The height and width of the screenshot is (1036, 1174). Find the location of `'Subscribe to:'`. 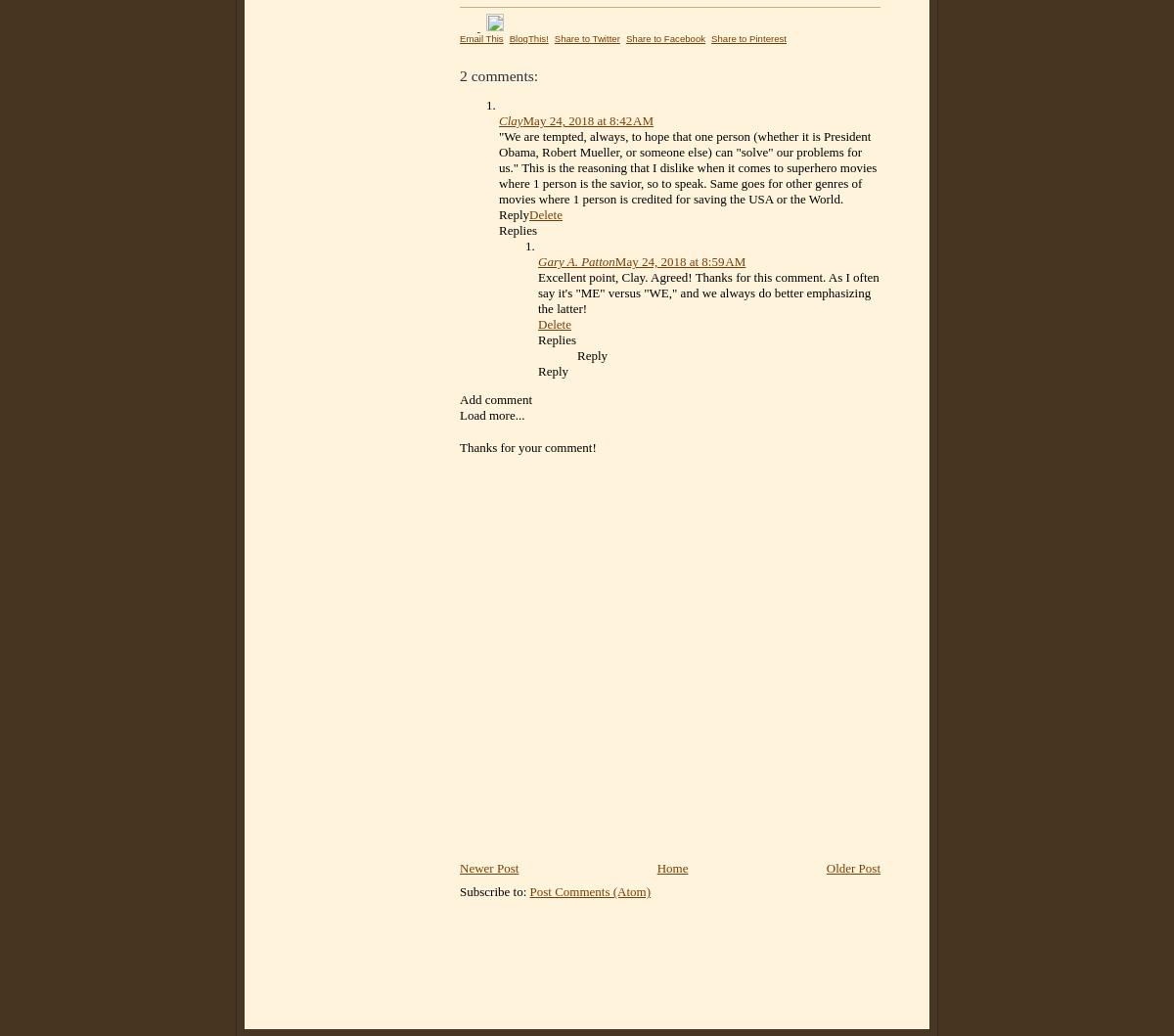

'Subscribe to:' is located at coordinates (493, 891).